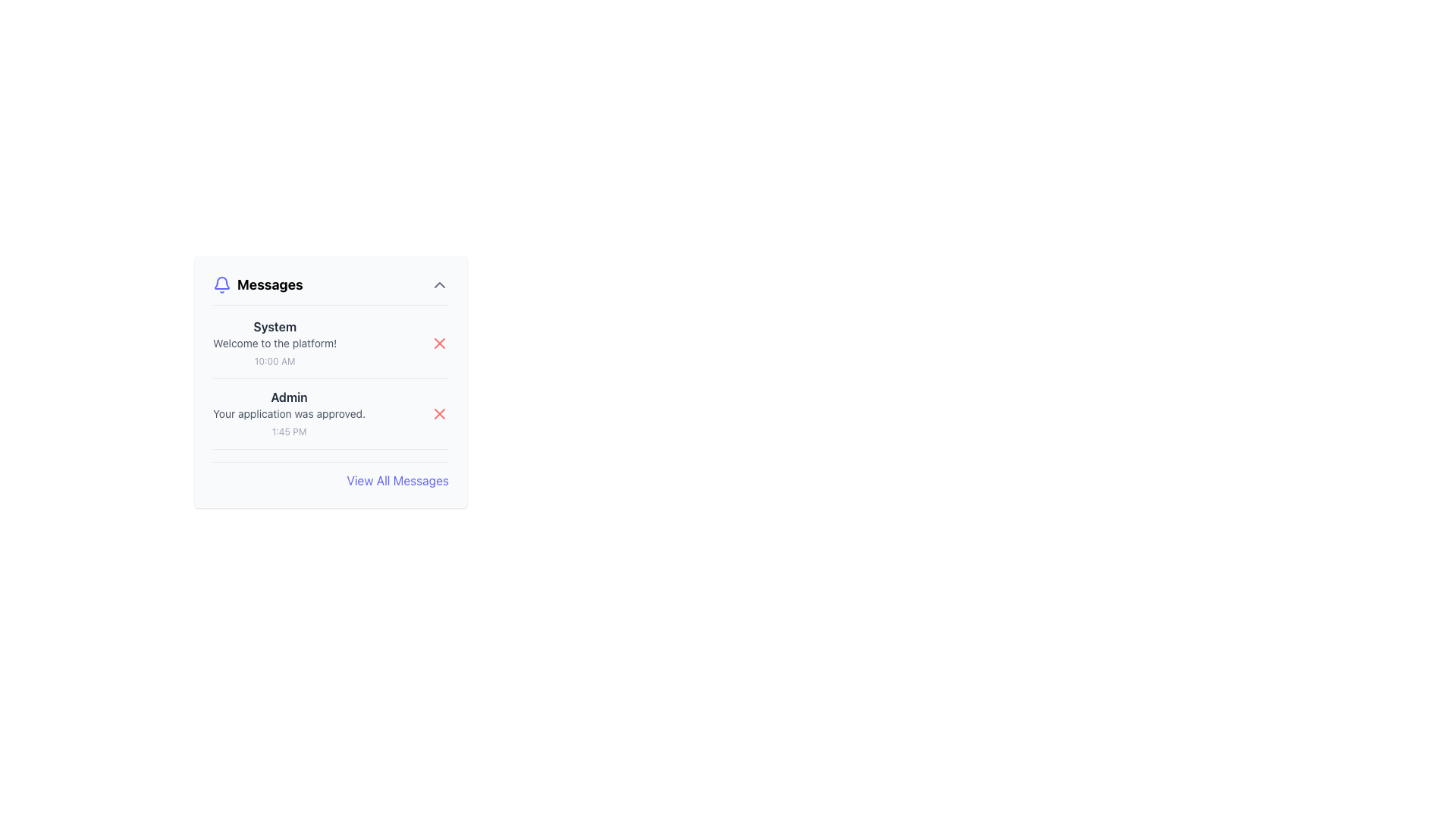 This screenshot has width=1456, height=819. What do you see at coordinates (275, 326) in the screenshot?
I see `the 'System' text label, which is styled in bold and dark gray, located at the top left of the message block in the notification panel` at bounding box center [275, 326].